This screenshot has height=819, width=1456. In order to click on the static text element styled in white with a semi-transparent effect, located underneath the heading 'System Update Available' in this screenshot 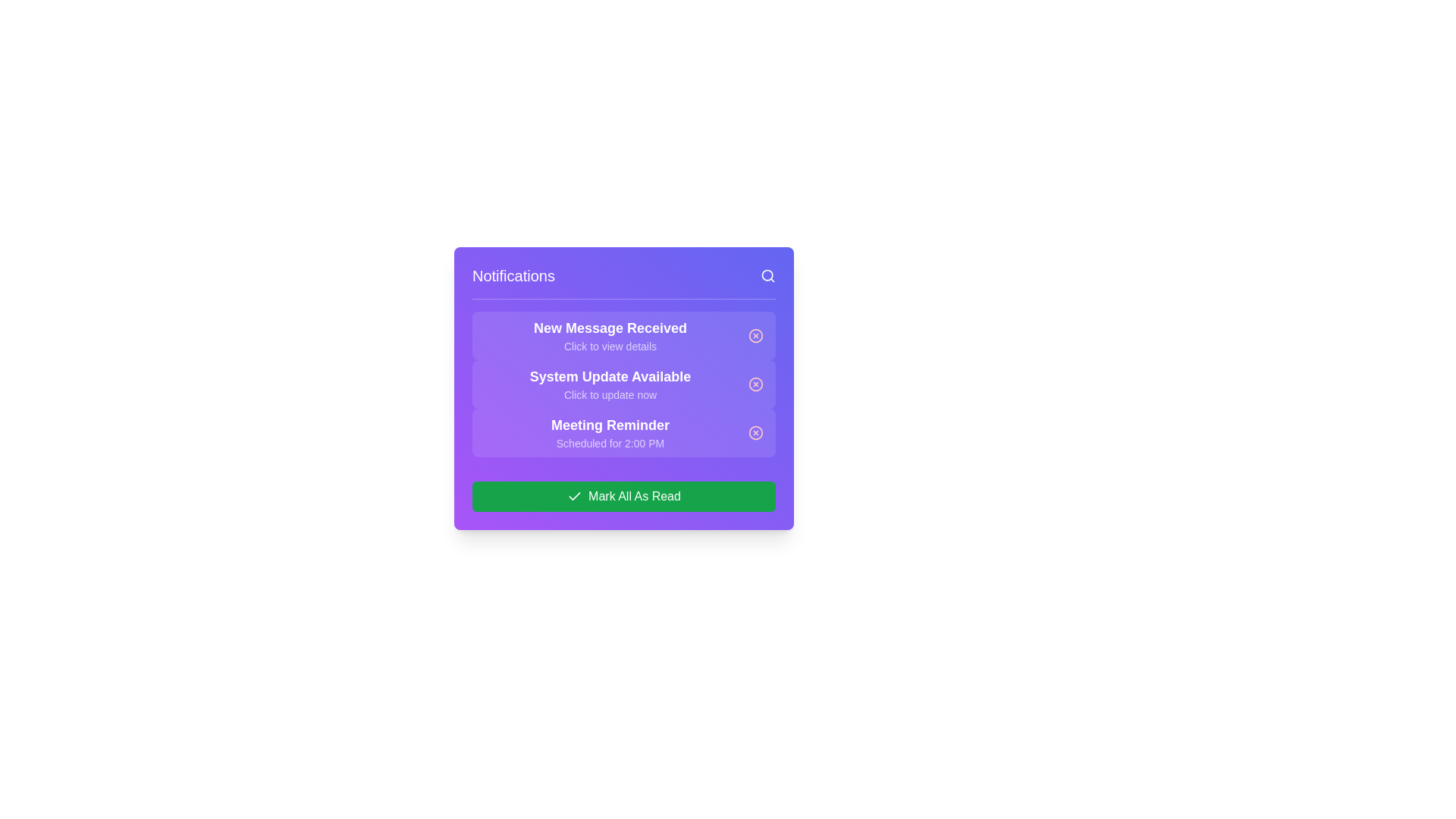, I will do `click(610, 394)`.